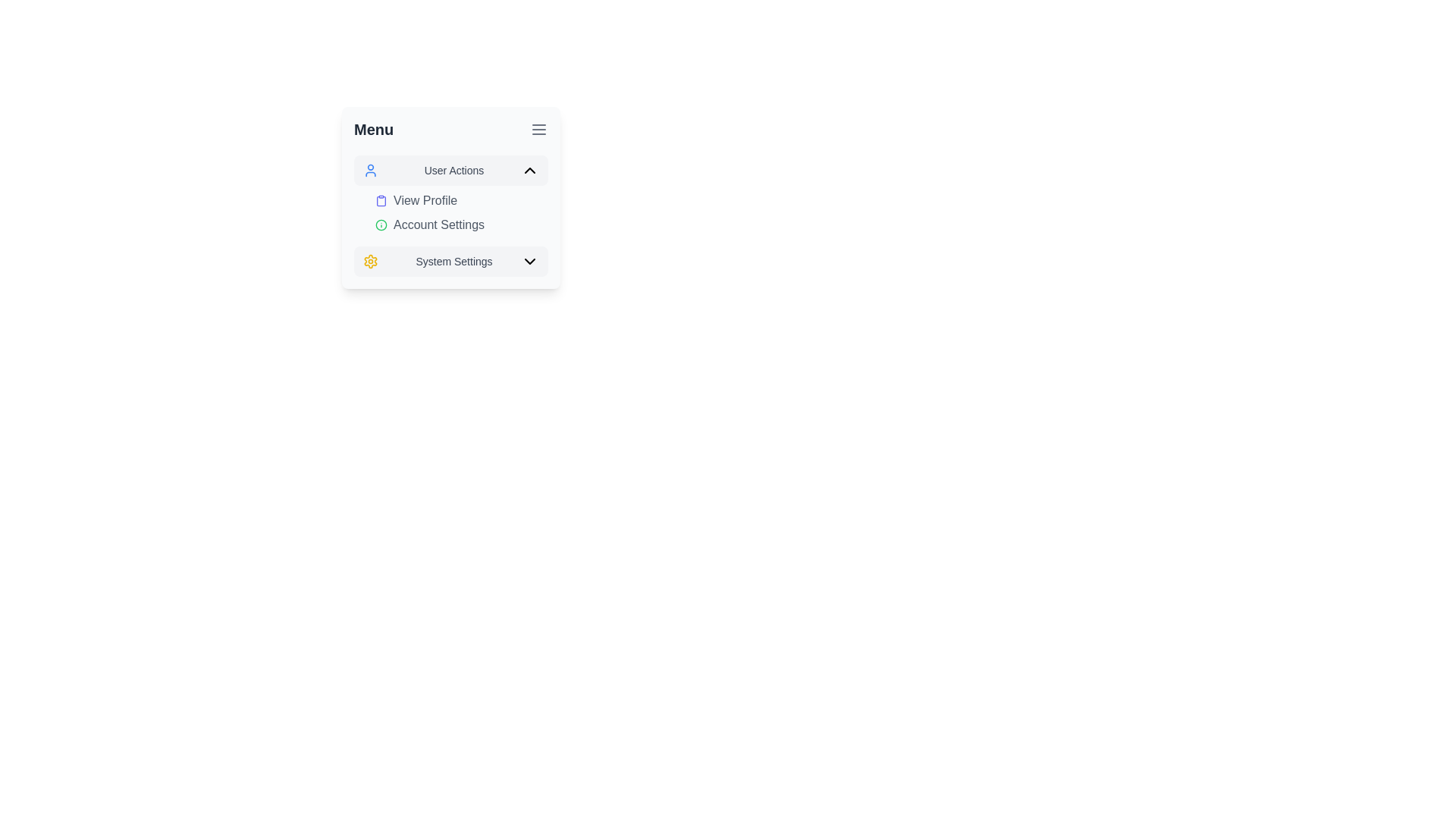  I want to click on the central SVG circle element of the 'info' icon in the system menu, which symbolizes informational content or settings, so click(381, 225).